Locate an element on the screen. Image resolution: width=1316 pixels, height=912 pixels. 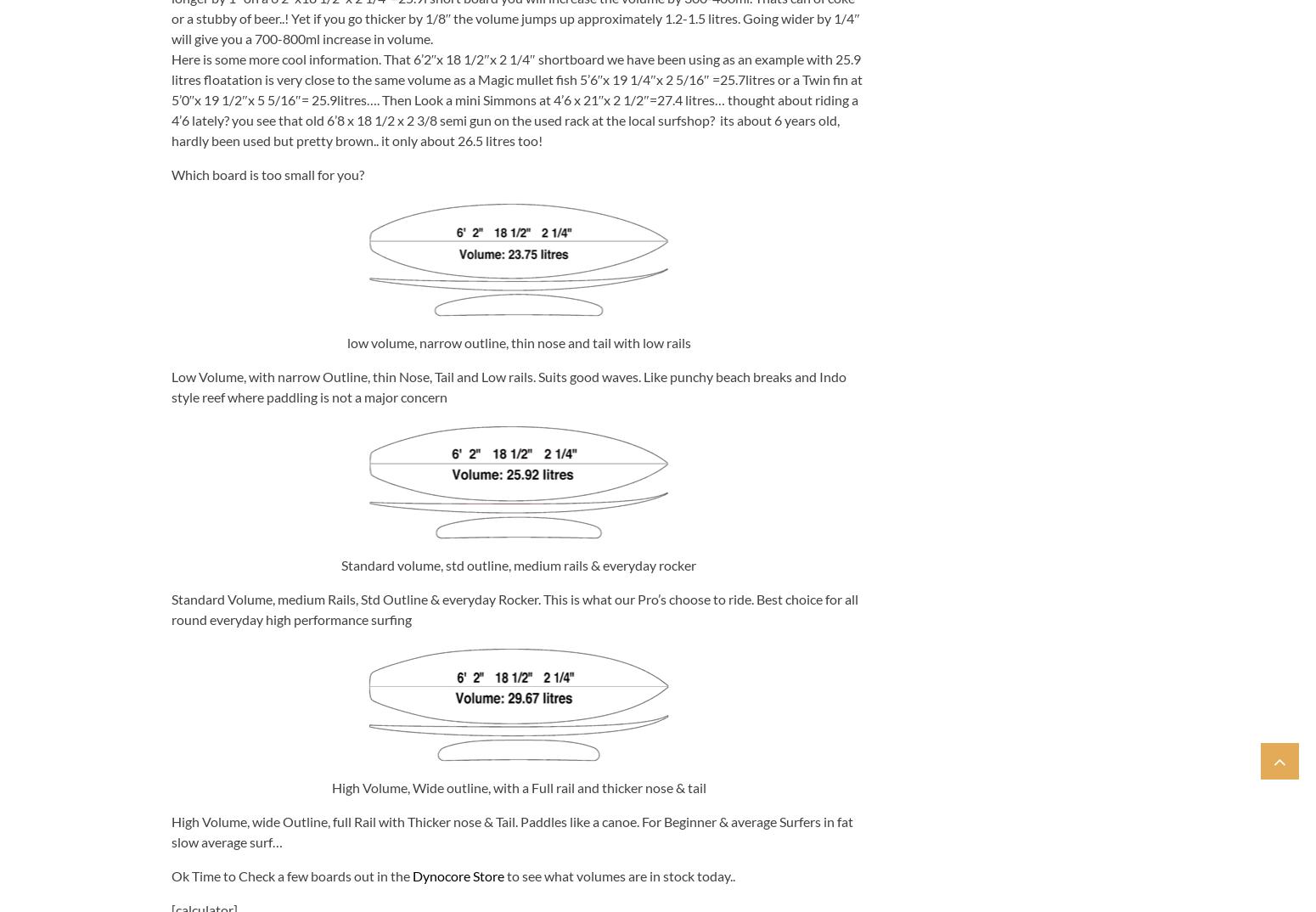
'High Volume, wide Outline, full Rail with Thicker nose & Tail. Paddles like a canoe. For Beginner & average Surfers in fat slow average surf…' is located at coordinates (170, 830).